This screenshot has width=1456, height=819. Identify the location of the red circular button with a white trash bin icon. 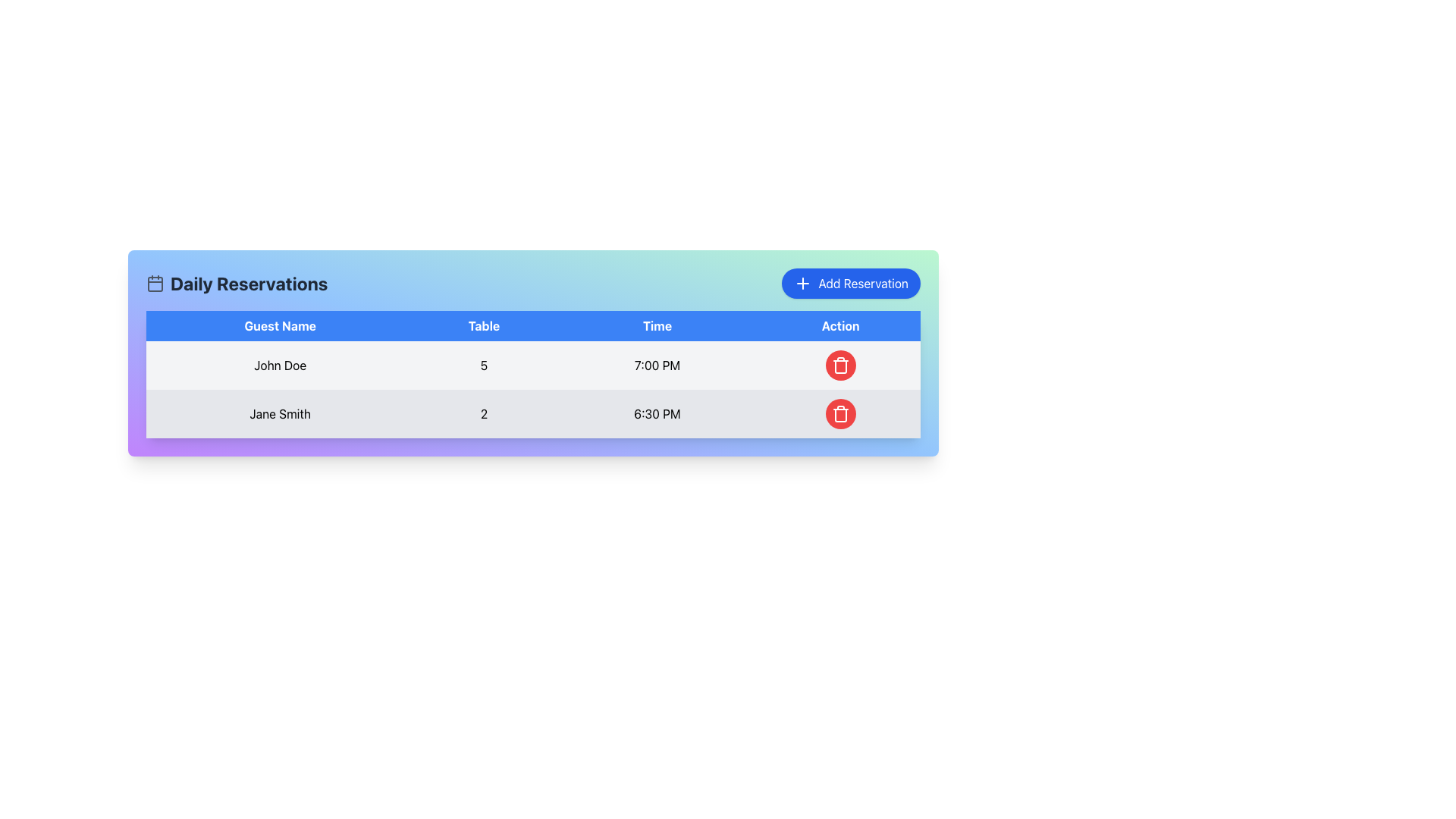
(839, 366).